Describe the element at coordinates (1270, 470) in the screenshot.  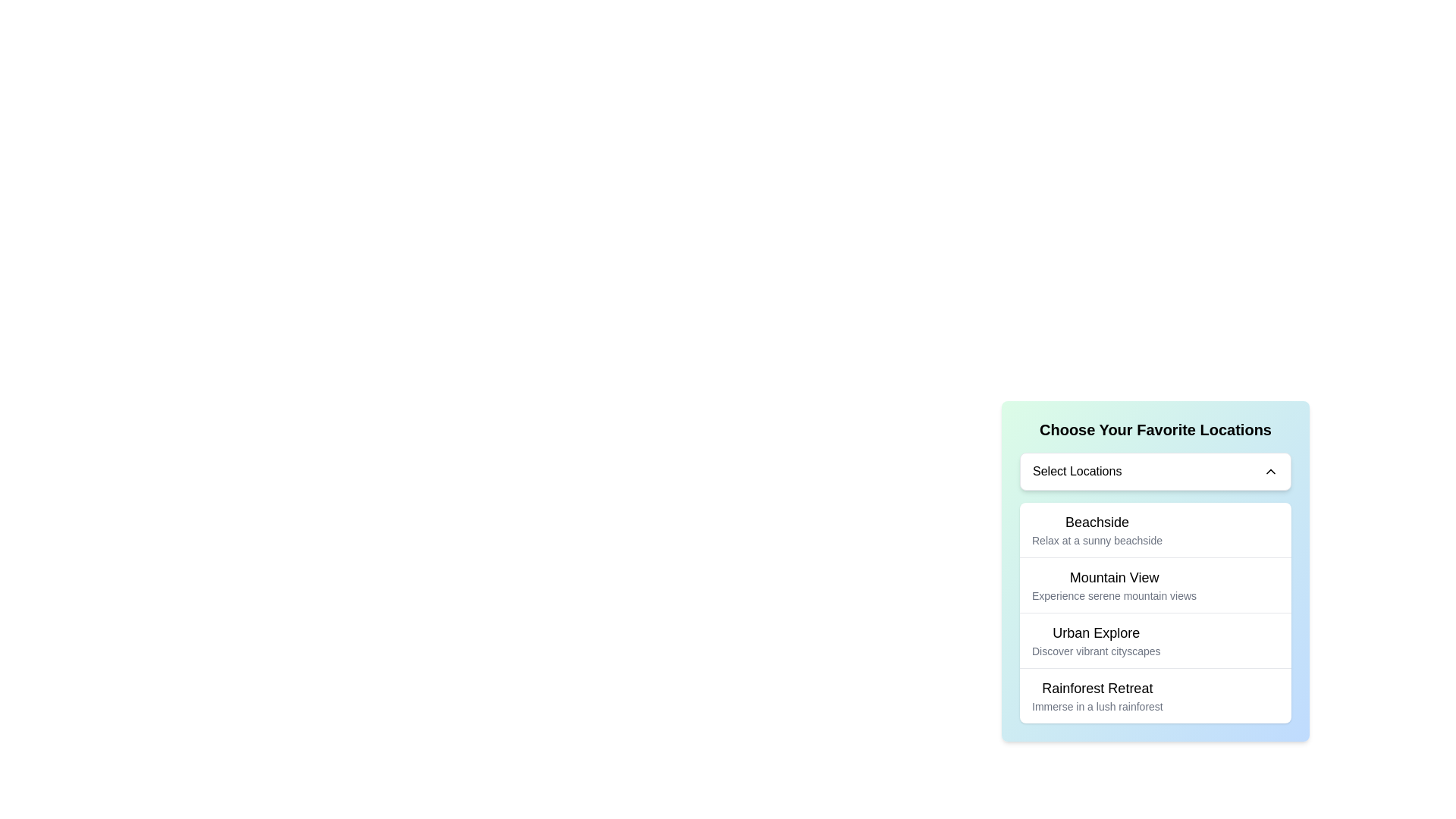
I see `the dropdown toggle icon located on the rightmost side of the 'Select Locations' section` at that location.